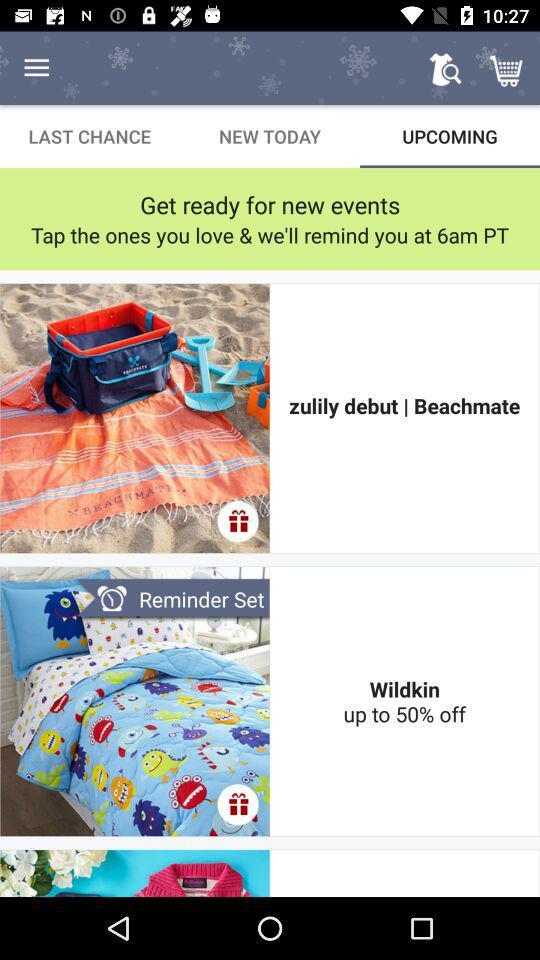 This screenshot has width=540, height=960. What do you see at coordinates (270, 204) in the screenshot?
I see `get ready for item` at bounding box center [270, 204].